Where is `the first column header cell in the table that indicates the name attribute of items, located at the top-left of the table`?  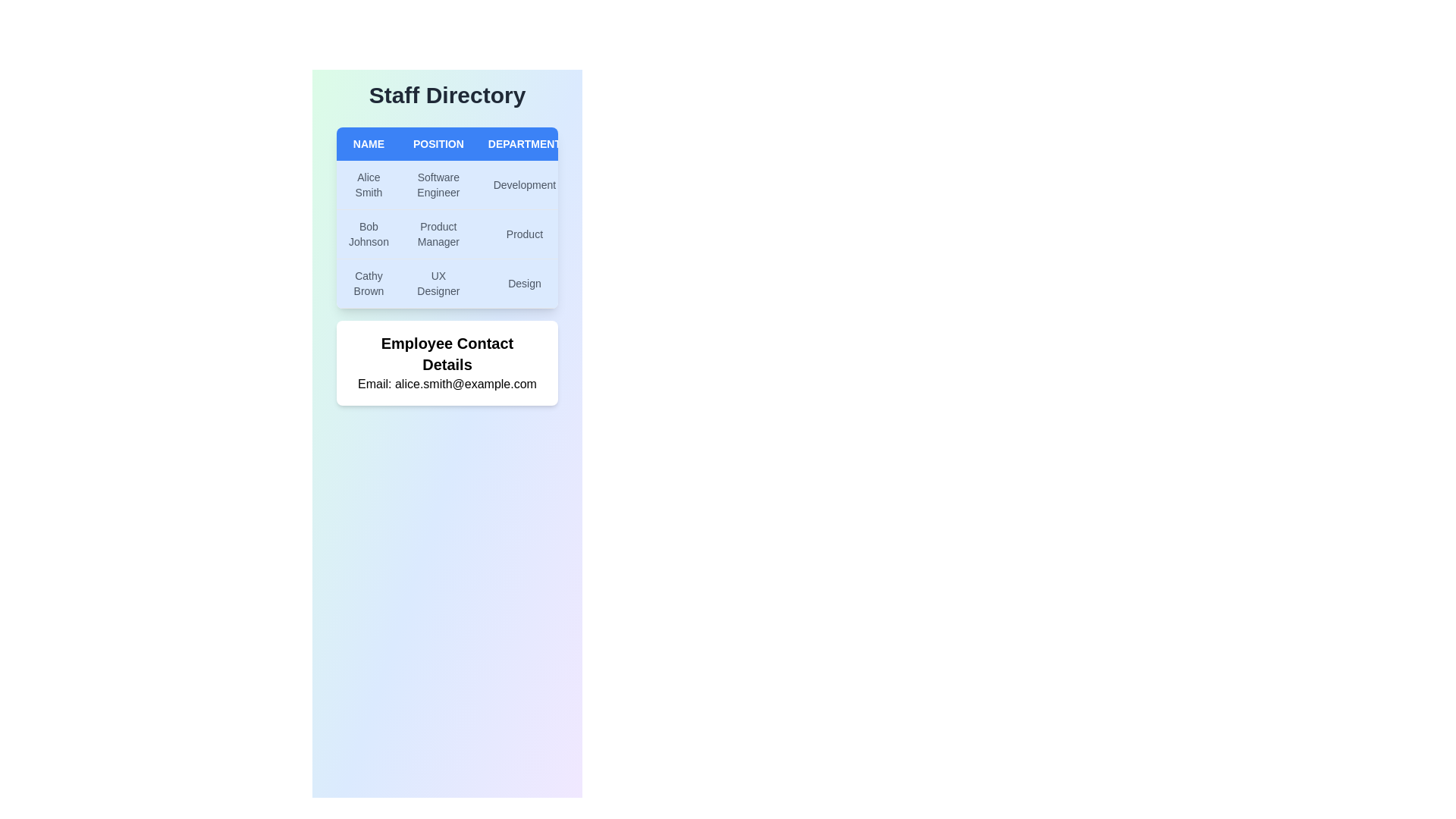 the first column header cell in the table that indicates the name attribute of items, located at the top-left of the table is located at coordinates (369, 143).